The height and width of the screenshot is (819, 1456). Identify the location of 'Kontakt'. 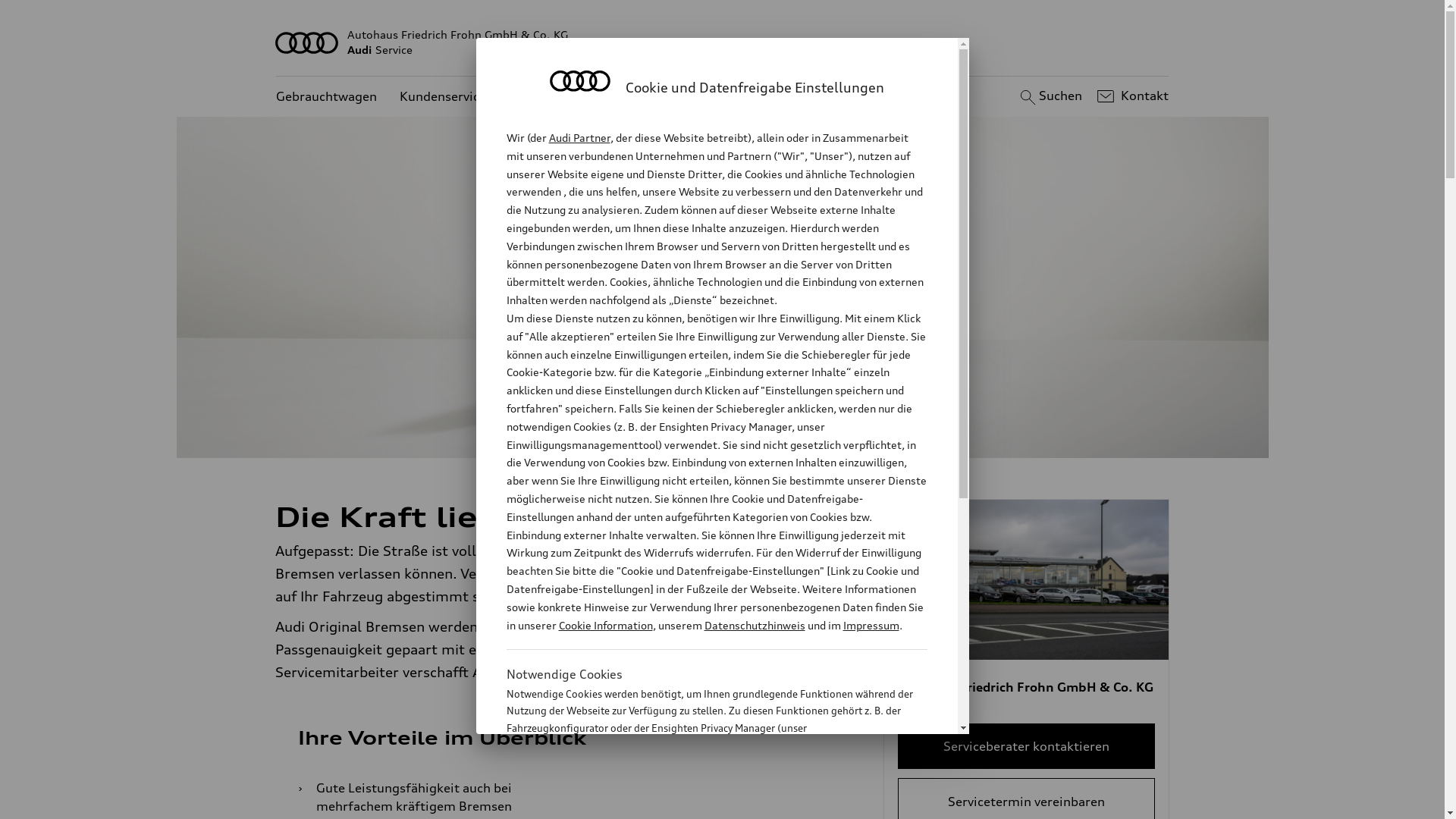
(1131, 96).